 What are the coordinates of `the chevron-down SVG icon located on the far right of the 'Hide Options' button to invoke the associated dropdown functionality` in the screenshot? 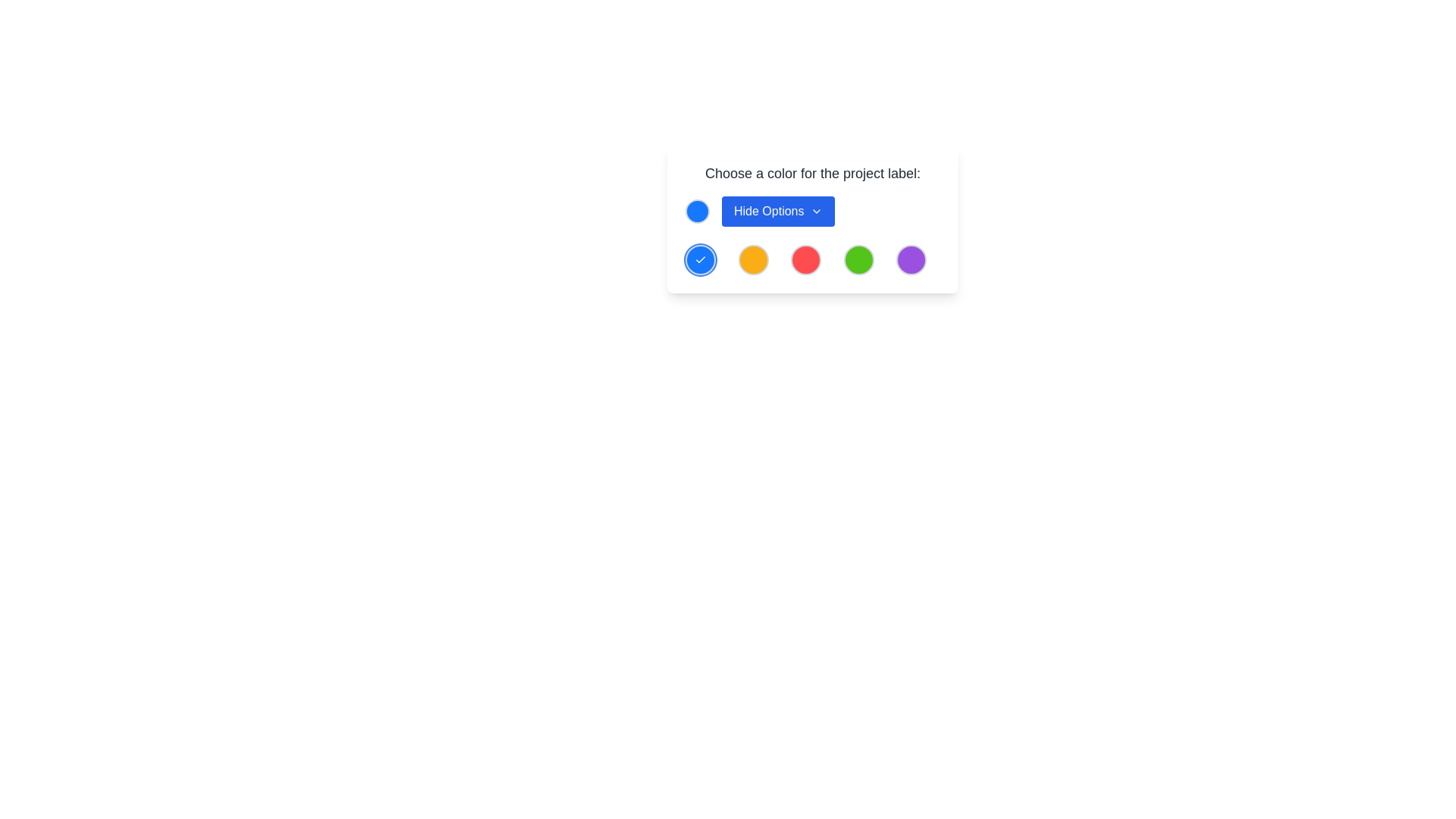 It's located at (815, 211).